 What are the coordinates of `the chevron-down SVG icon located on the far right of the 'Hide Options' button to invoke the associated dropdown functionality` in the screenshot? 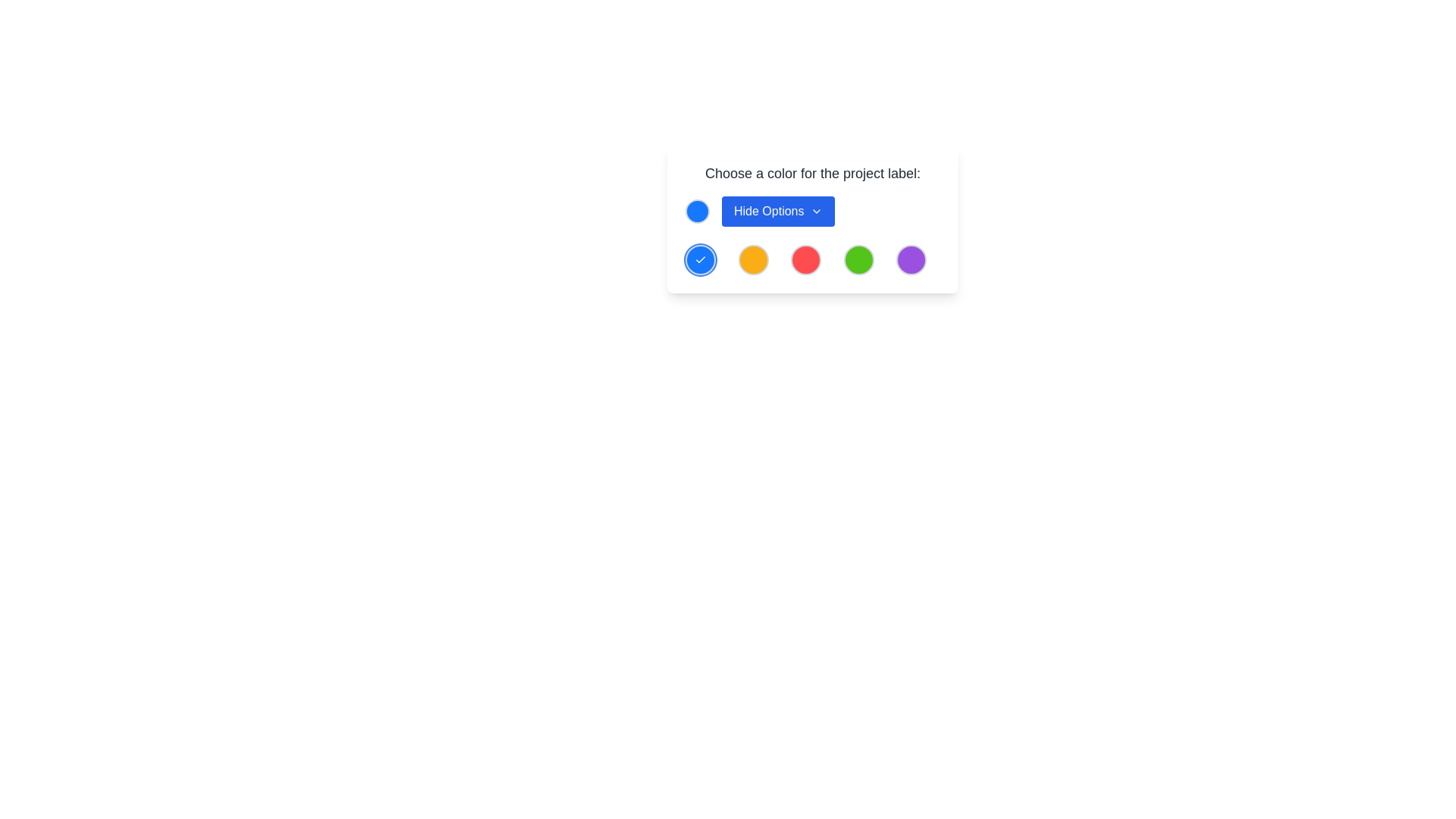 It's located at (815, 211).